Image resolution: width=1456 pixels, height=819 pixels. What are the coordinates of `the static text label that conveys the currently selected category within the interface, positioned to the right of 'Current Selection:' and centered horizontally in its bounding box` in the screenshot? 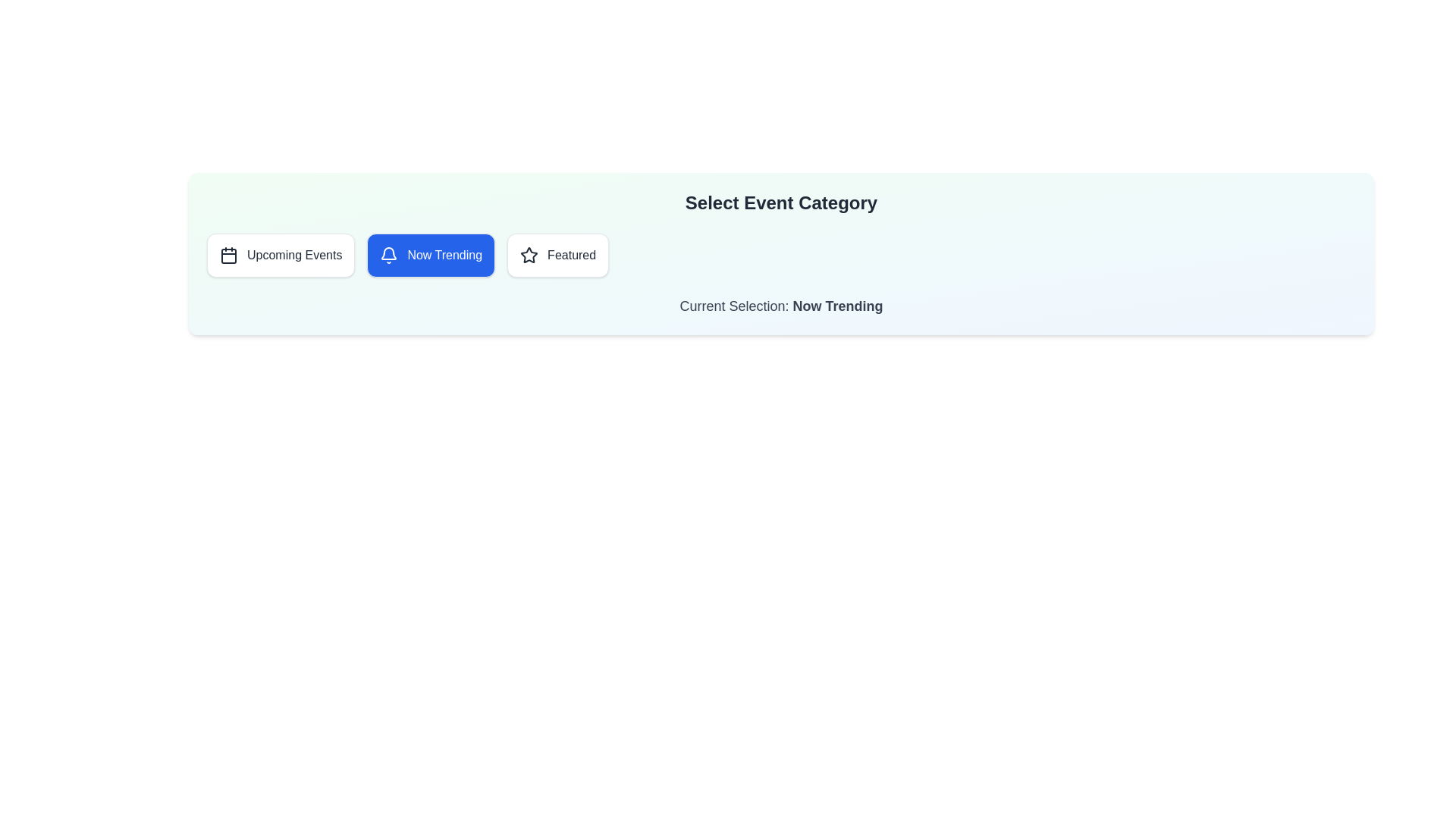 It's located at (836, 306).